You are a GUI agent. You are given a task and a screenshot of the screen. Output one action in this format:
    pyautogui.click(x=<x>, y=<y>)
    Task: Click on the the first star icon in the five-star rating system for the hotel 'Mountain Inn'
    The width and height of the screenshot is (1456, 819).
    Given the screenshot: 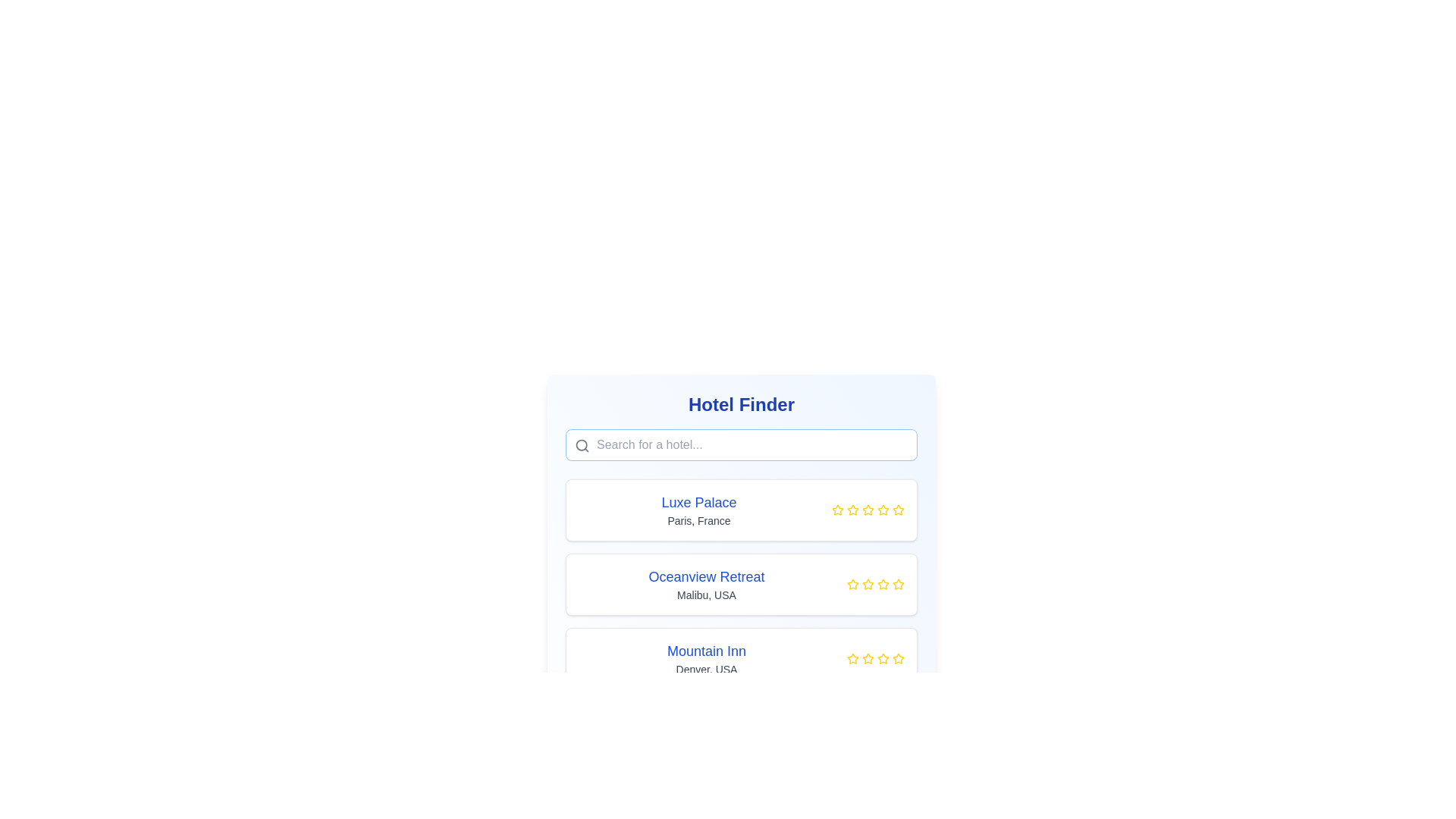 What is the action you would take?
    pyautogui.click(x=852, y=657)
    